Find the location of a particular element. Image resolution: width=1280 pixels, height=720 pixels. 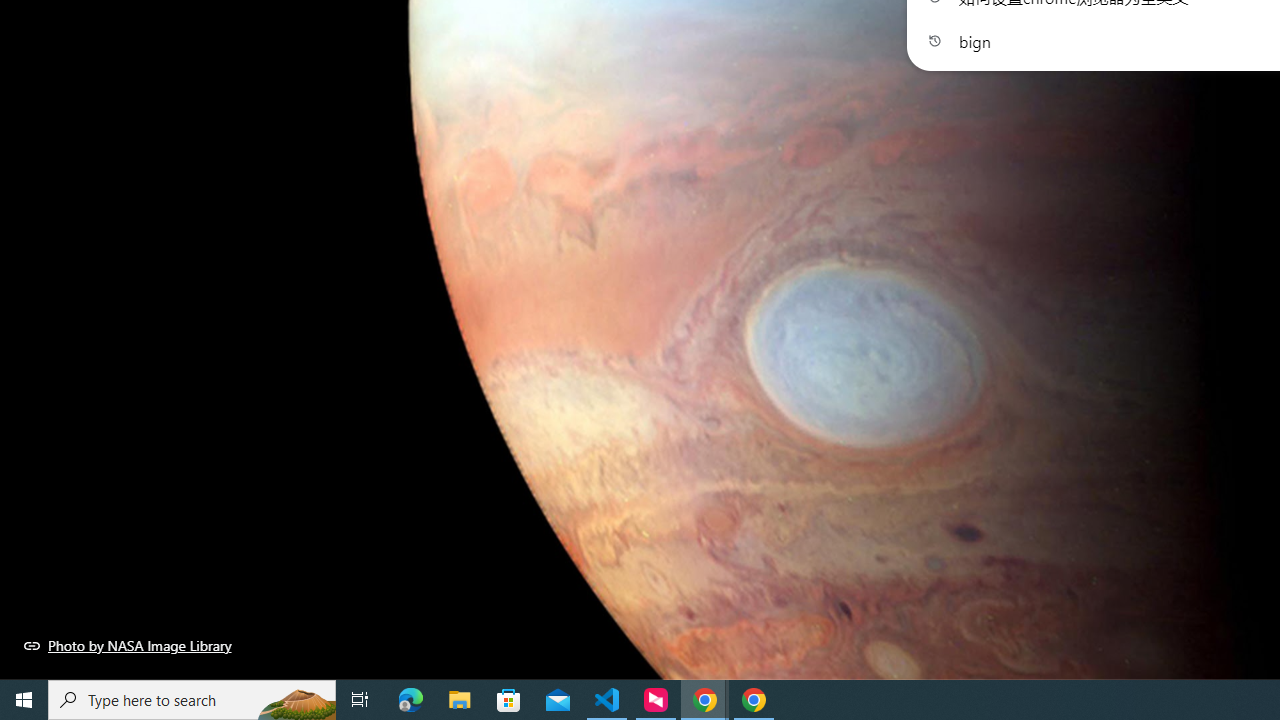

'Photo by NASA Image Library' is located at coordinates (127, 645).